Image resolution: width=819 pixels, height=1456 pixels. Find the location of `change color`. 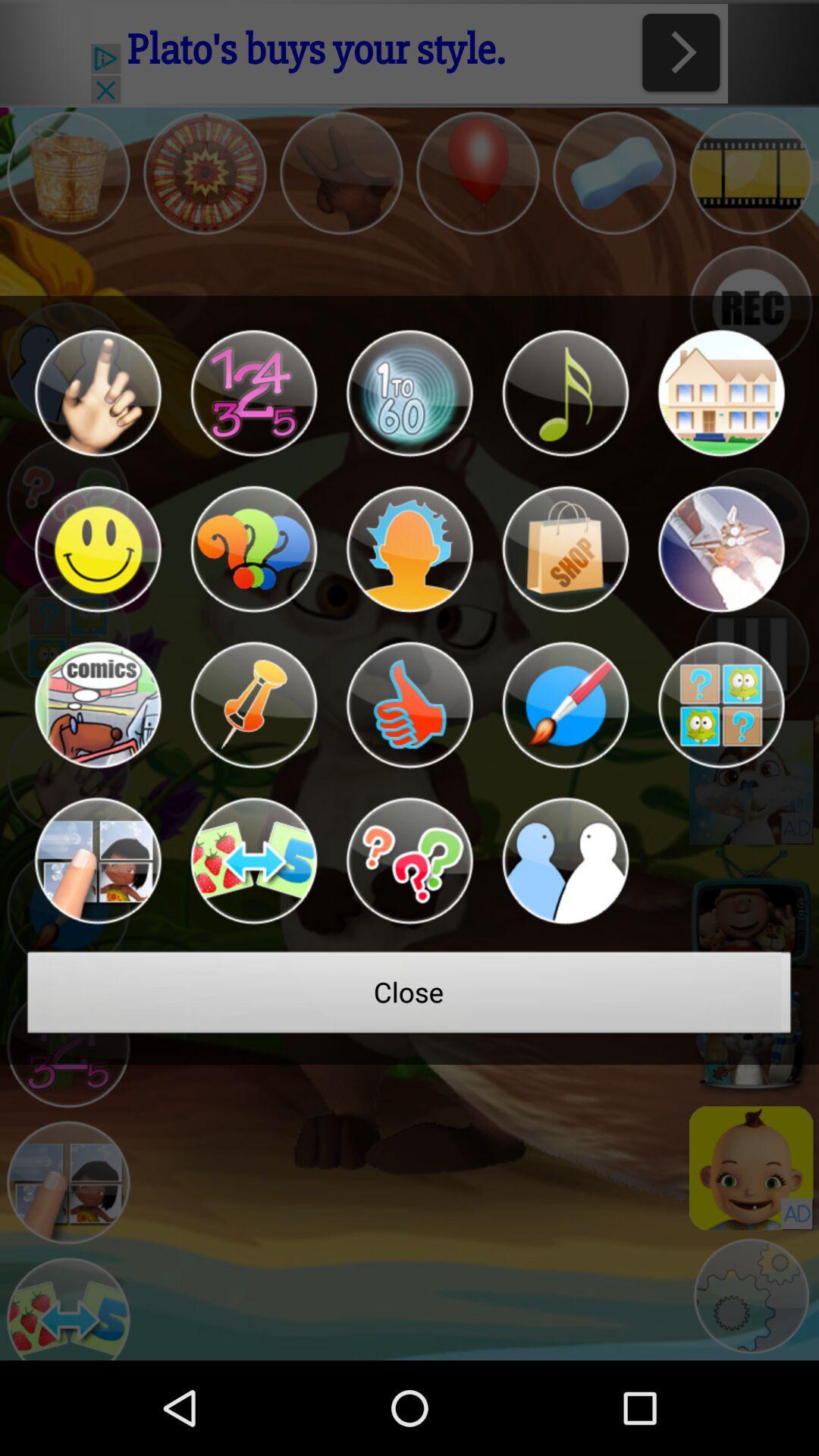

change color is located at coordinates (565, 704).